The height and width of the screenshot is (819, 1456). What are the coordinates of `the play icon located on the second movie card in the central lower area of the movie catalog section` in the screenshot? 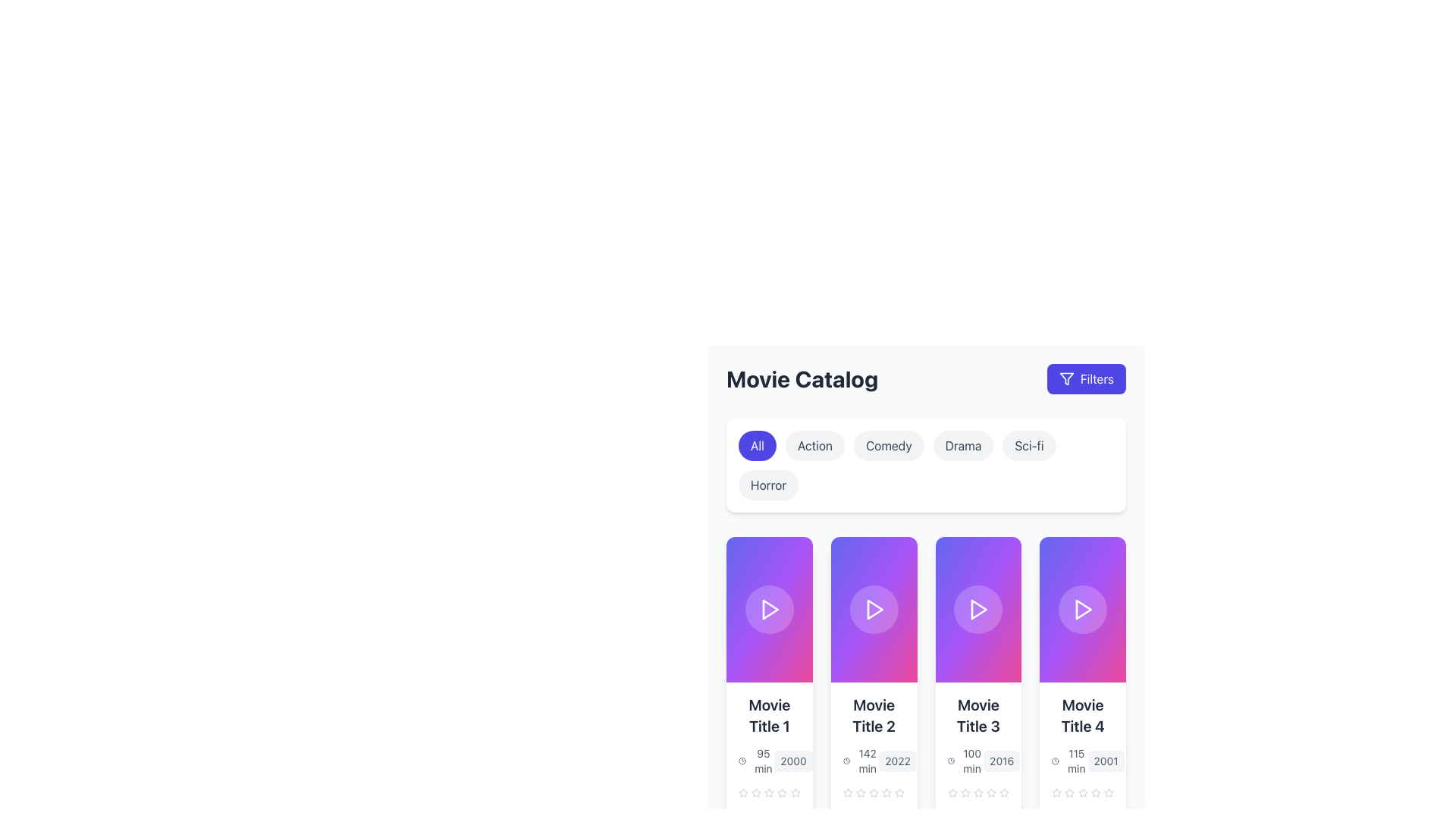 It's located at (874, 608).